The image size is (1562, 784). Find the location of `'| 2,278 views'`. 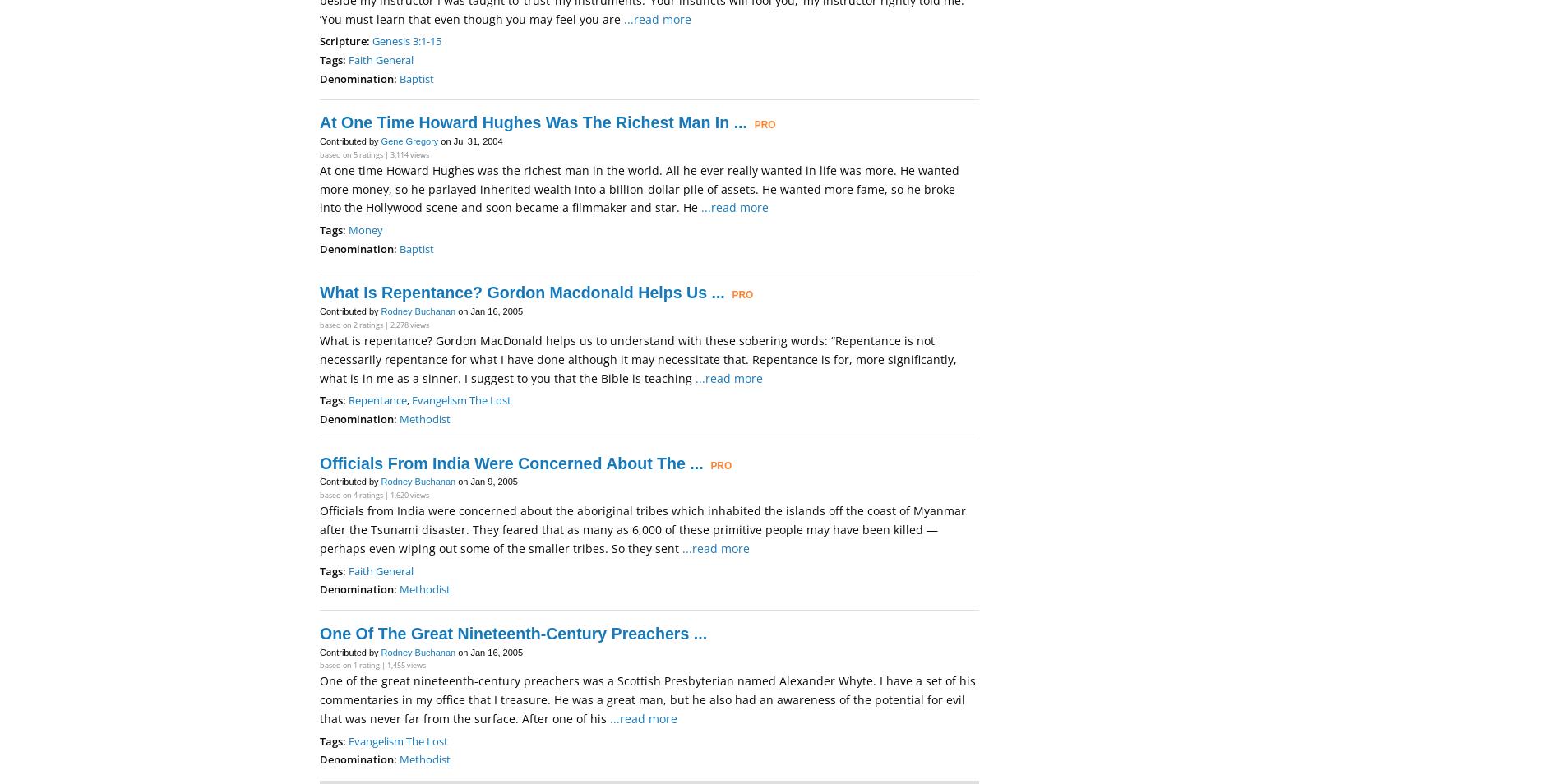

'| 2,278 views' is located at coordinates (406, 325).